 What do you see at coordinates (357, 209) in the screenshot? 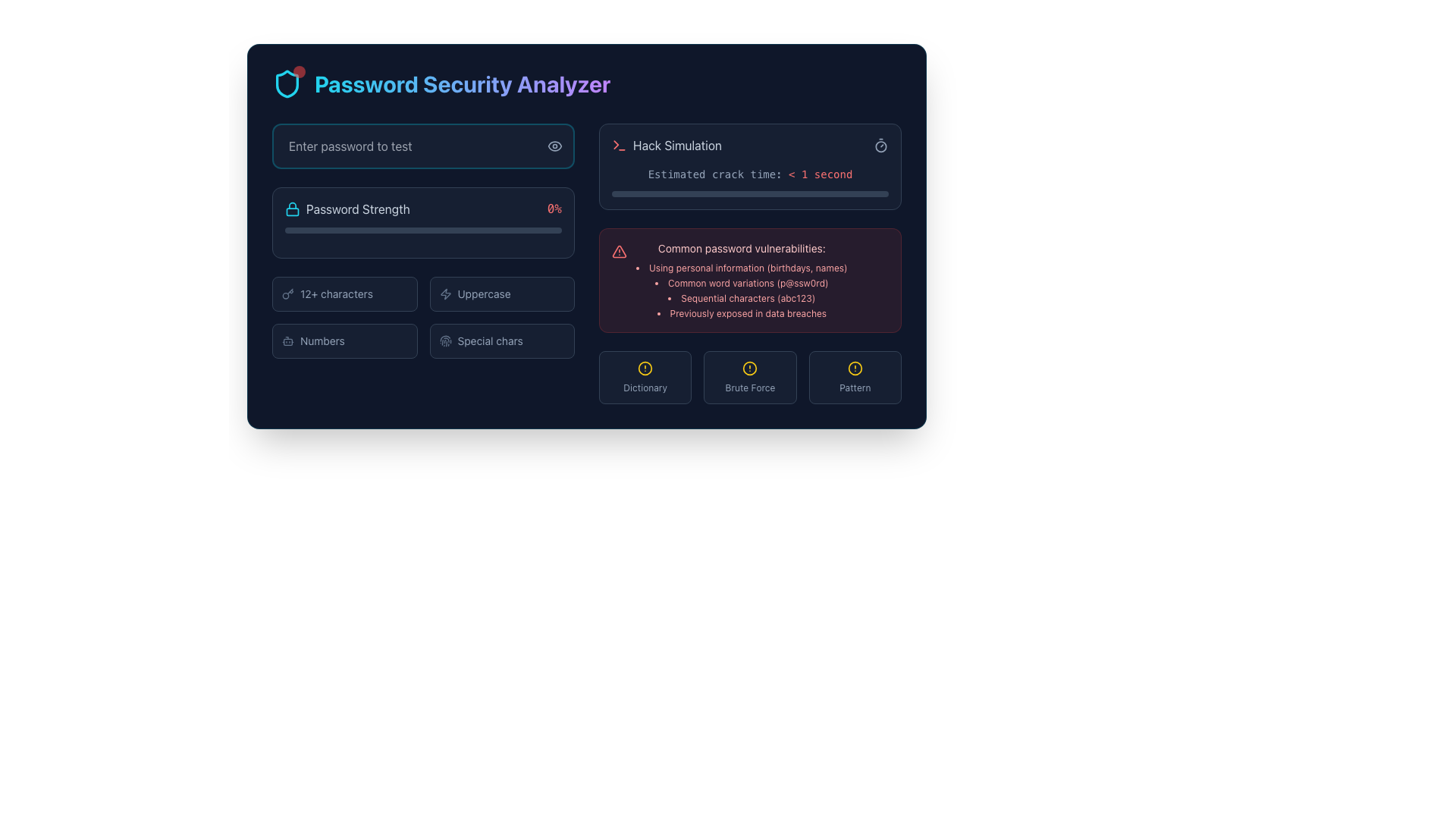
I see `the 'Password Strength' label, which is displayed in light gray against a dark navy background and is positioned to the right of a lock icon` at bounding box center [357, 209].